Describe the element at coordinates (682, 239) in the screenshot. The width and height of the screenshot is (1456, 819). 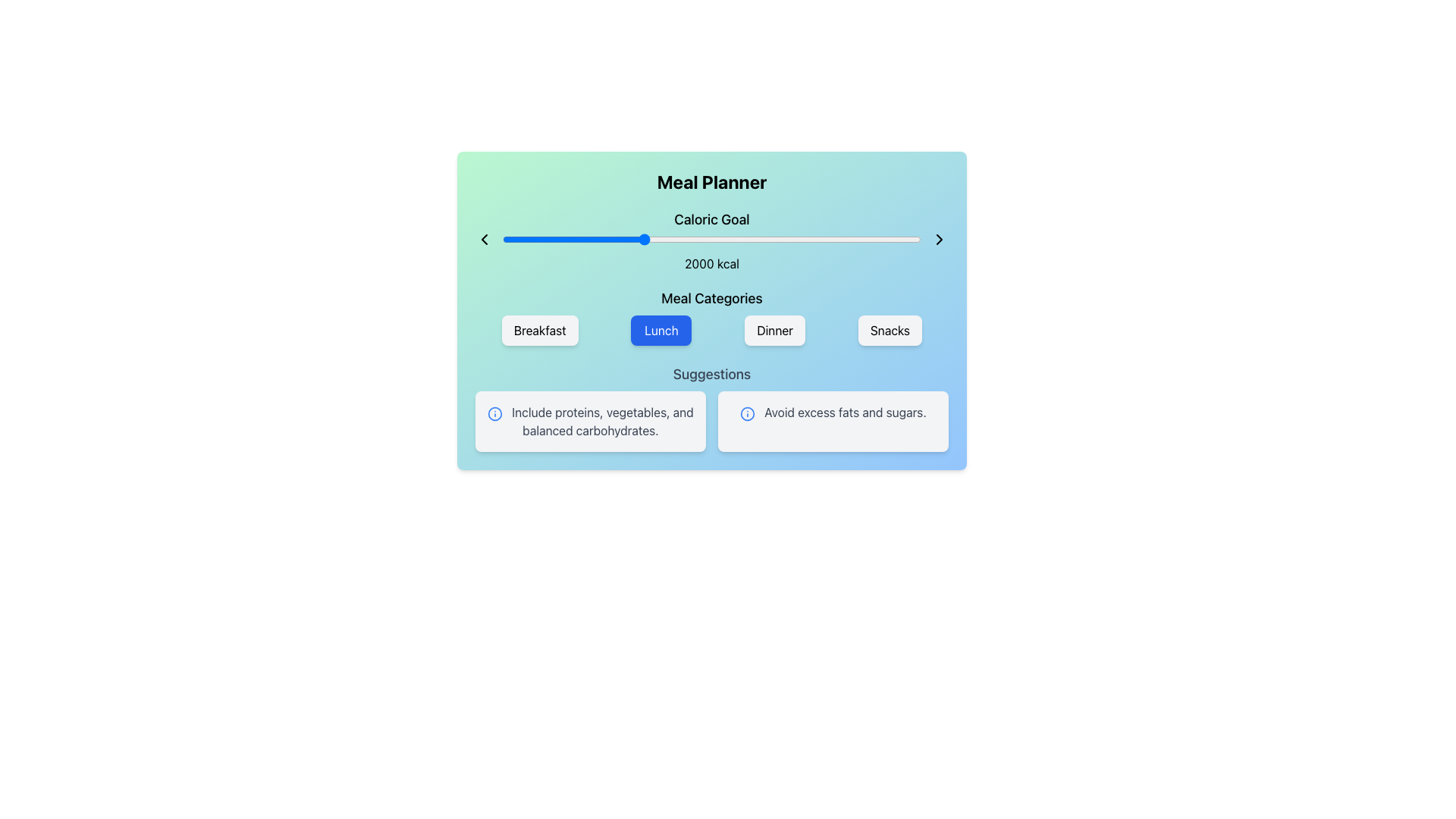
I see `the caloric goal` at that location.